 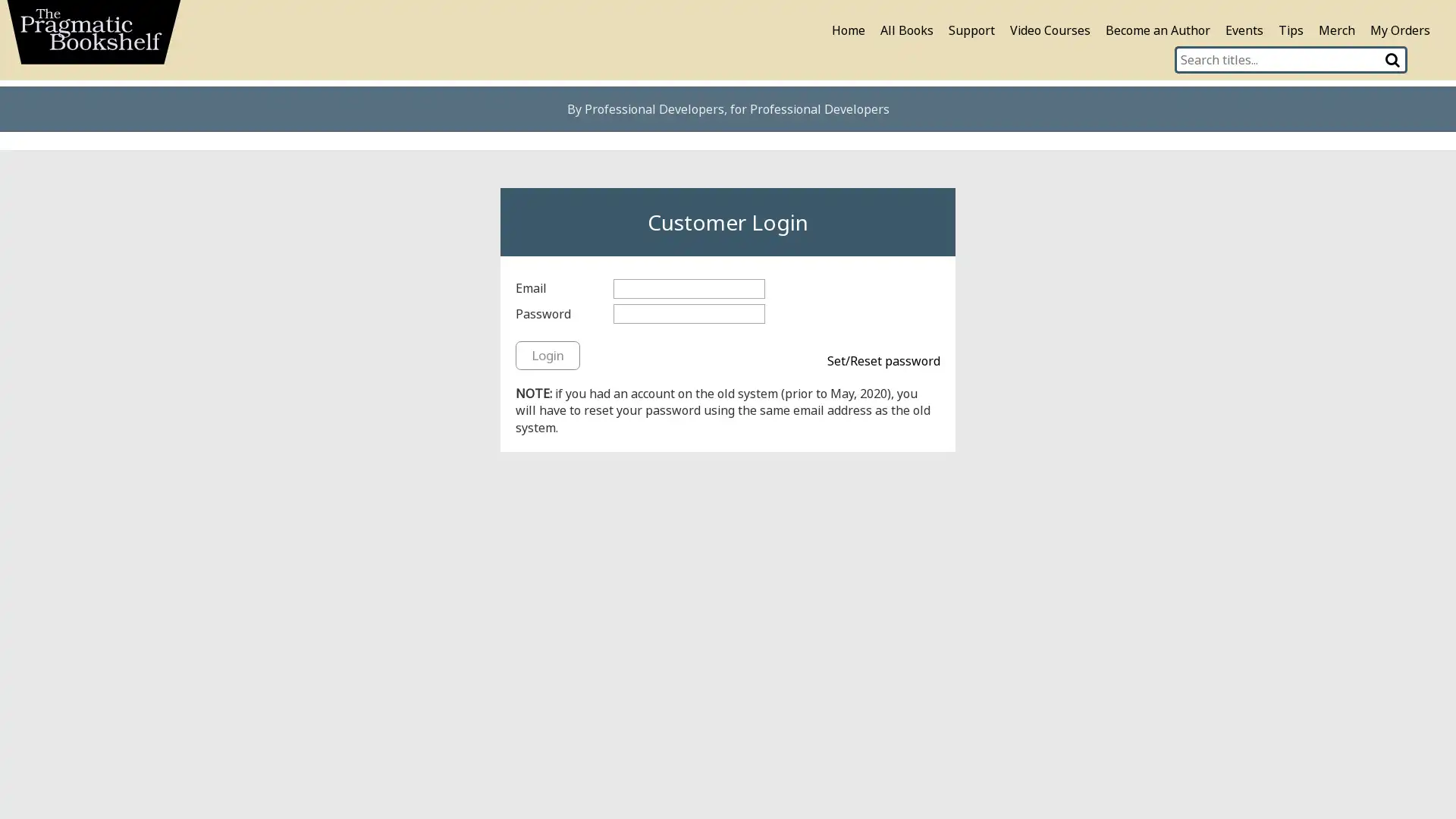 What do you see at coordinates (547, 354) in the screenshot?
I see `Login` at bounding box center [547, 354].